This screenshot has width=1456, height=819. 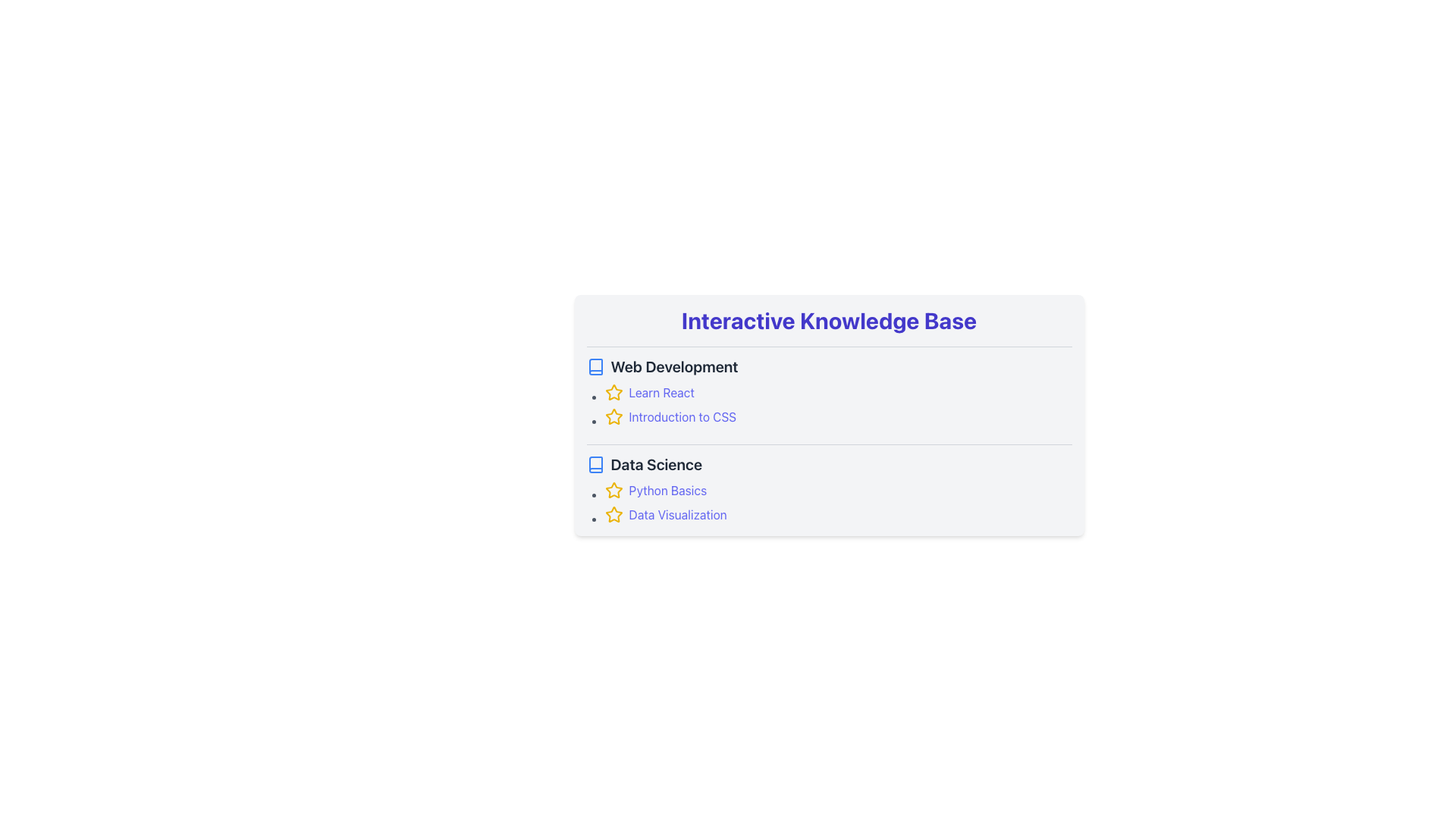 I want to click on the yellow outlined star icon filled with a white center, located to the left of the 'Learn React' list item in the Web Development section to trigger a response, so click(x=613, y=416).